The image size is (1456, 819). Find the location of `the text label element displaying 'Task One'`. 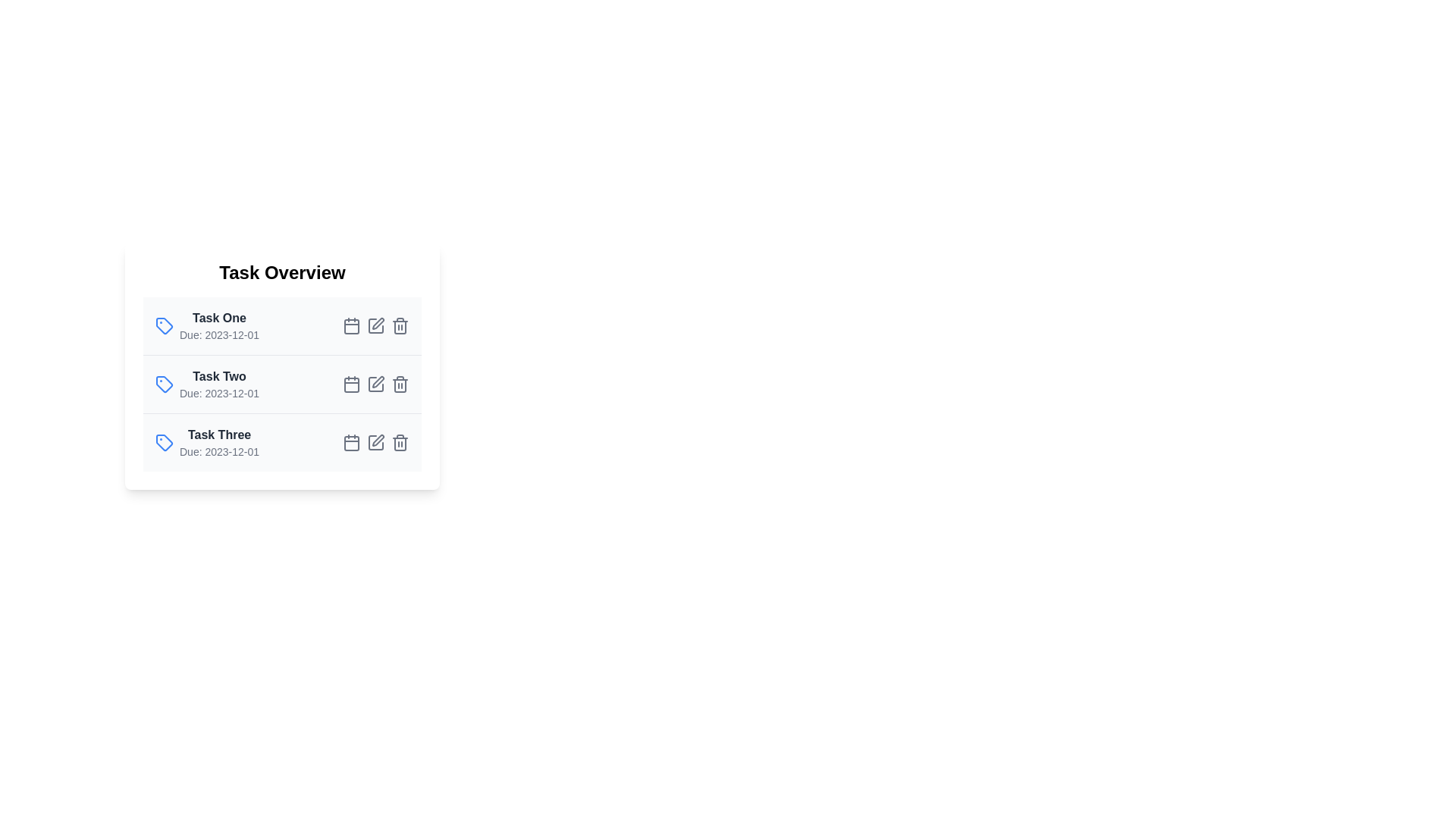

the text label element displaying 'Task One' is located at coordinates (218, 318).